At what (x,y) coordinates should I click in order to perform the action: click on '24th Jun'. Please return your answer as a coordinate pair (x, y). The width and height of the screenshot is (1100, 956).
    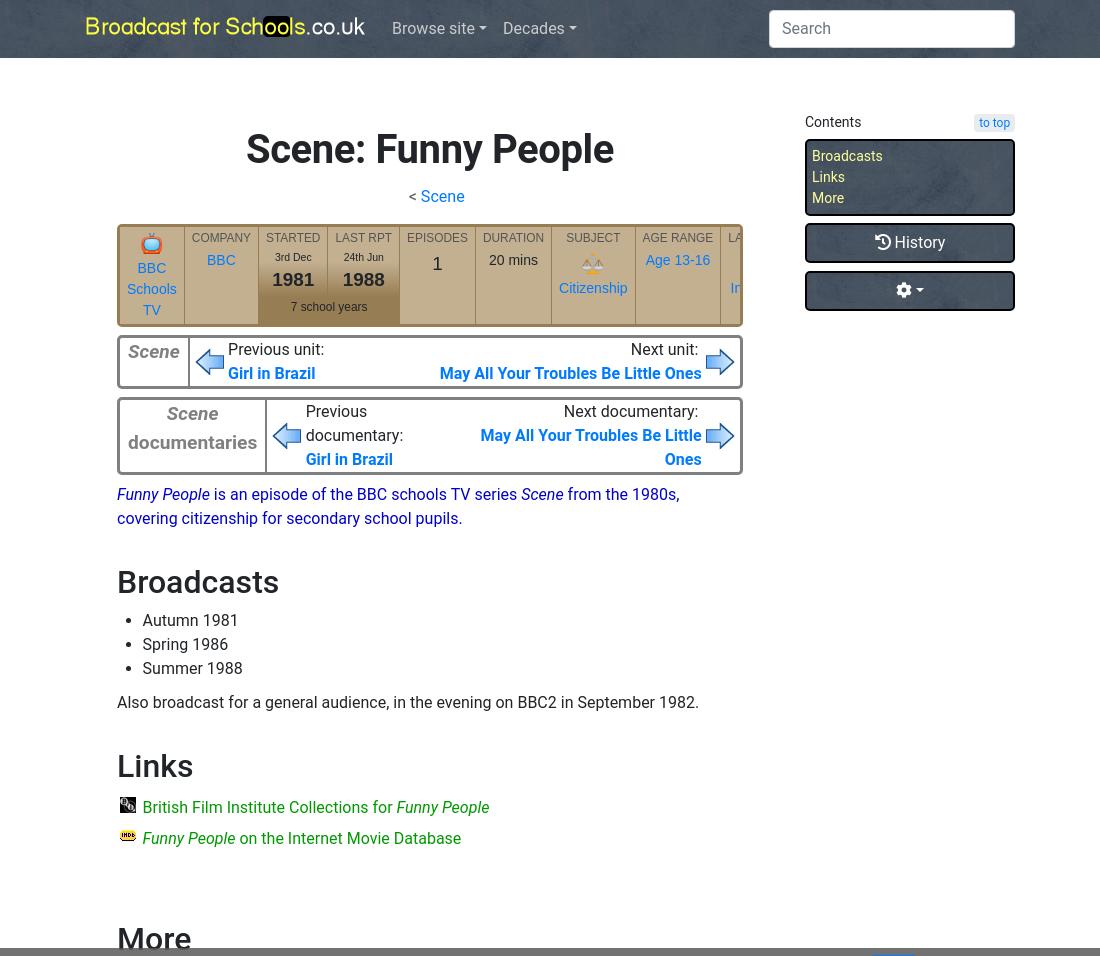
    Looking at the image, I should click on (341, 255).